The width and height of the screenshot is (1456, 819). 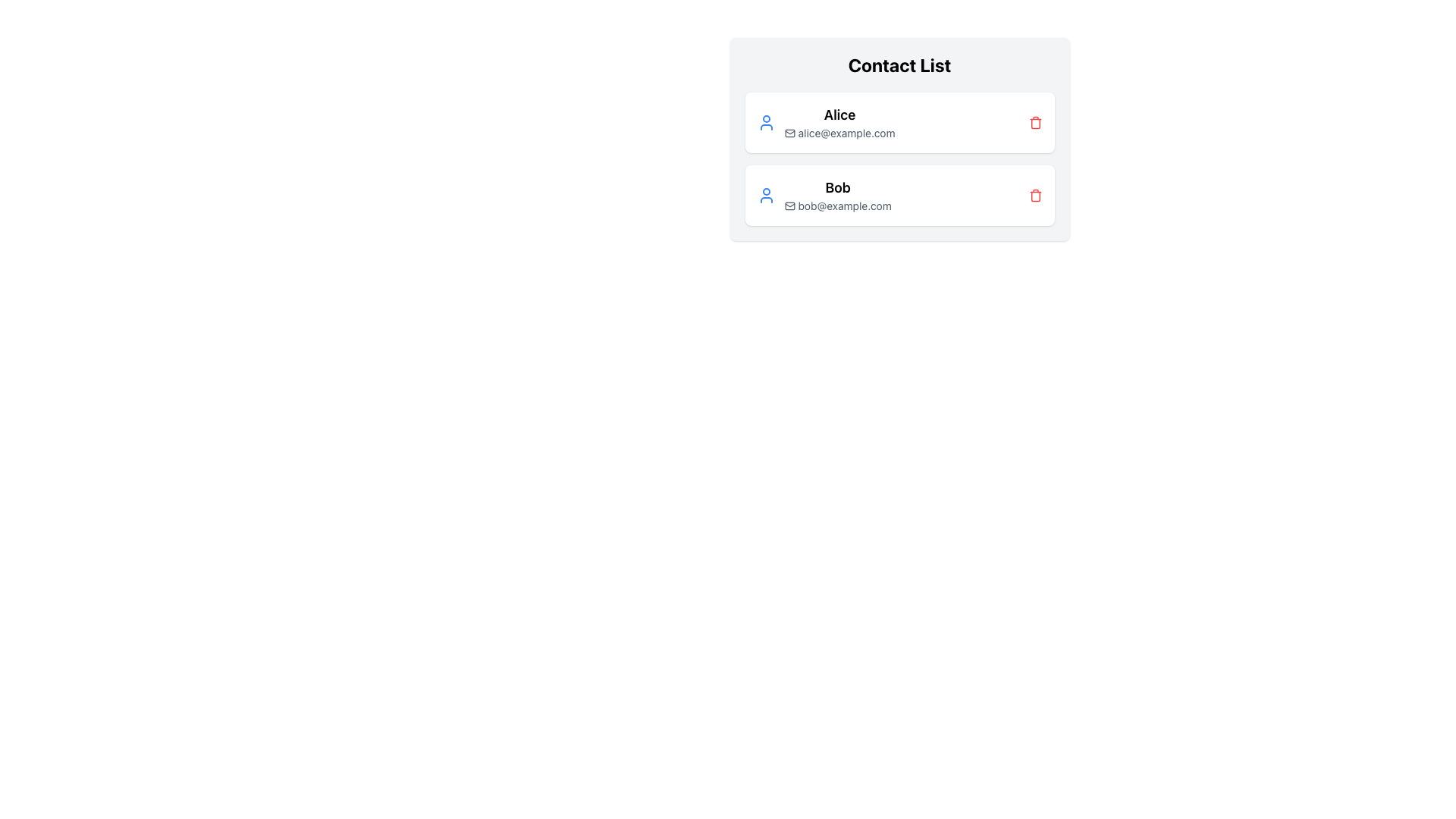 What do you see at coordinates (837, 195) in the screenshot?
I see `the text block displaying 'Bob' and 'bob@example.com', which is the second entry in the contact list below 'Alice'` at bounding box center [837, 195].